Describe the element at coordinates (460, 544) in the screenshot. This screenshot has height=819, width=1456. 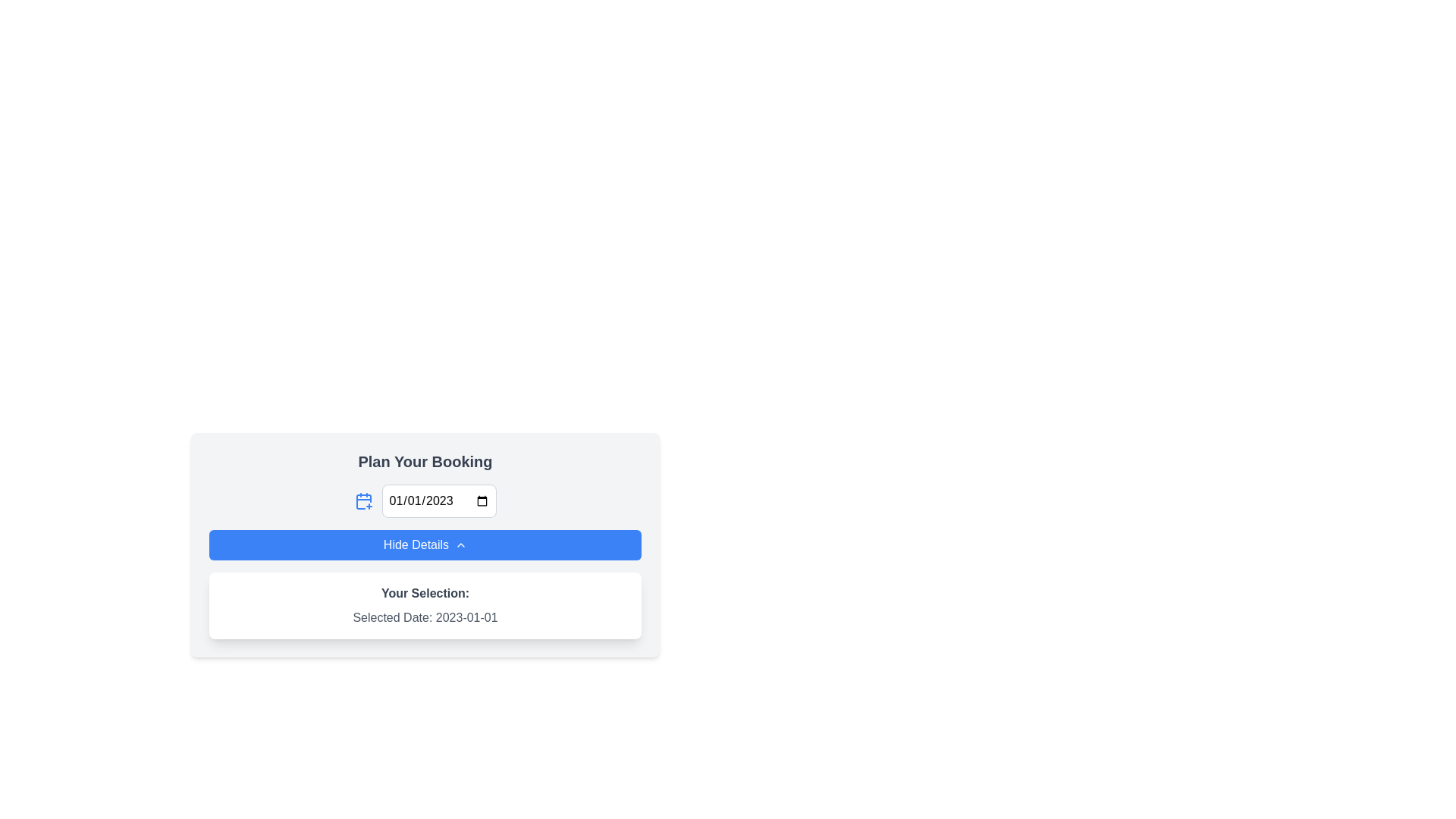
I see `the chevron-up icon that is located to the right of the 'Hide Details' text within a button in the 'Plan Your Booking' interface panel` at that location.